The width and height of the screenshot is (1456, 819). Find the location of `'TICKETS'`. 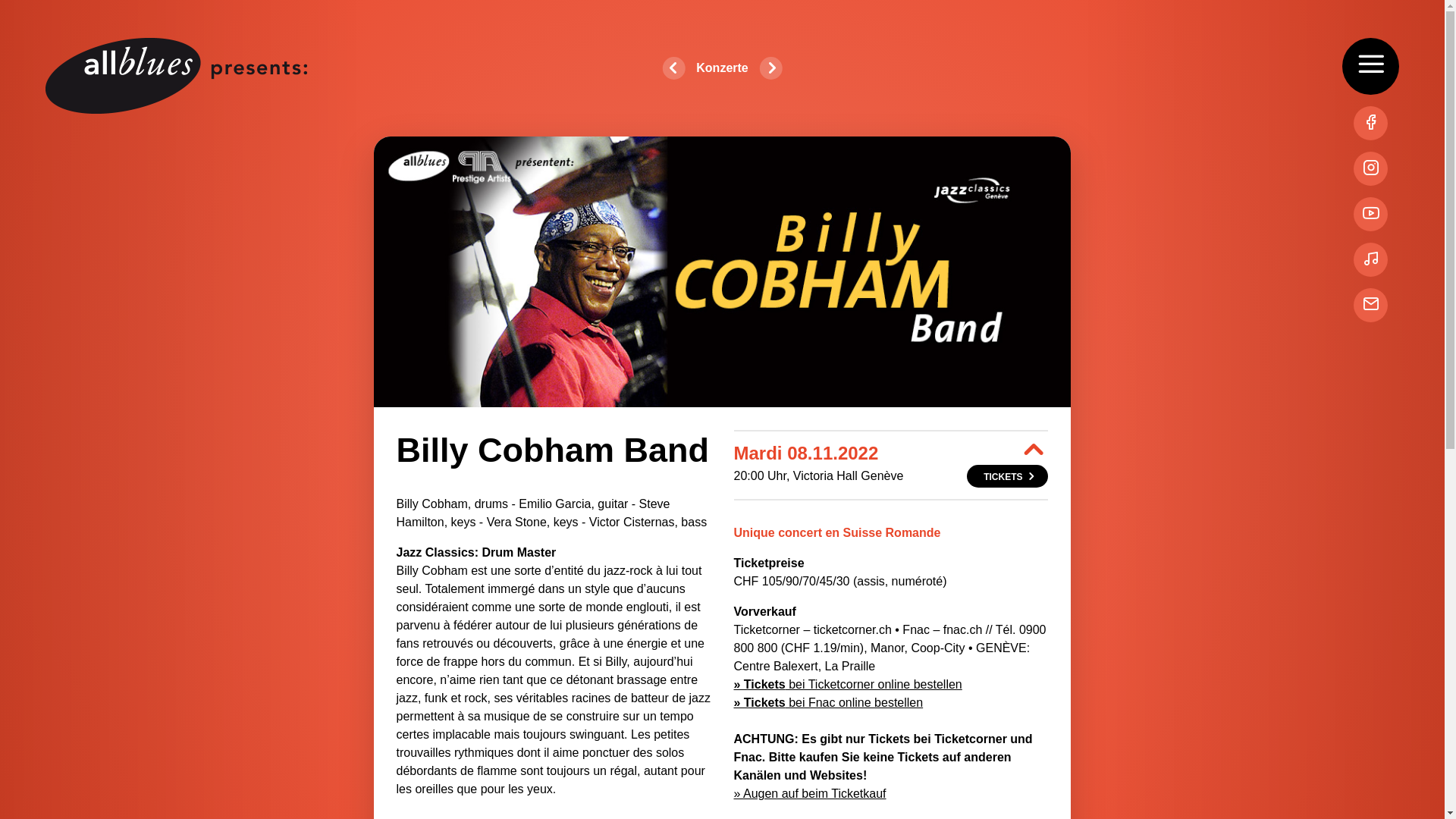

'TICKETS' is located at coordinates (1007, 475).